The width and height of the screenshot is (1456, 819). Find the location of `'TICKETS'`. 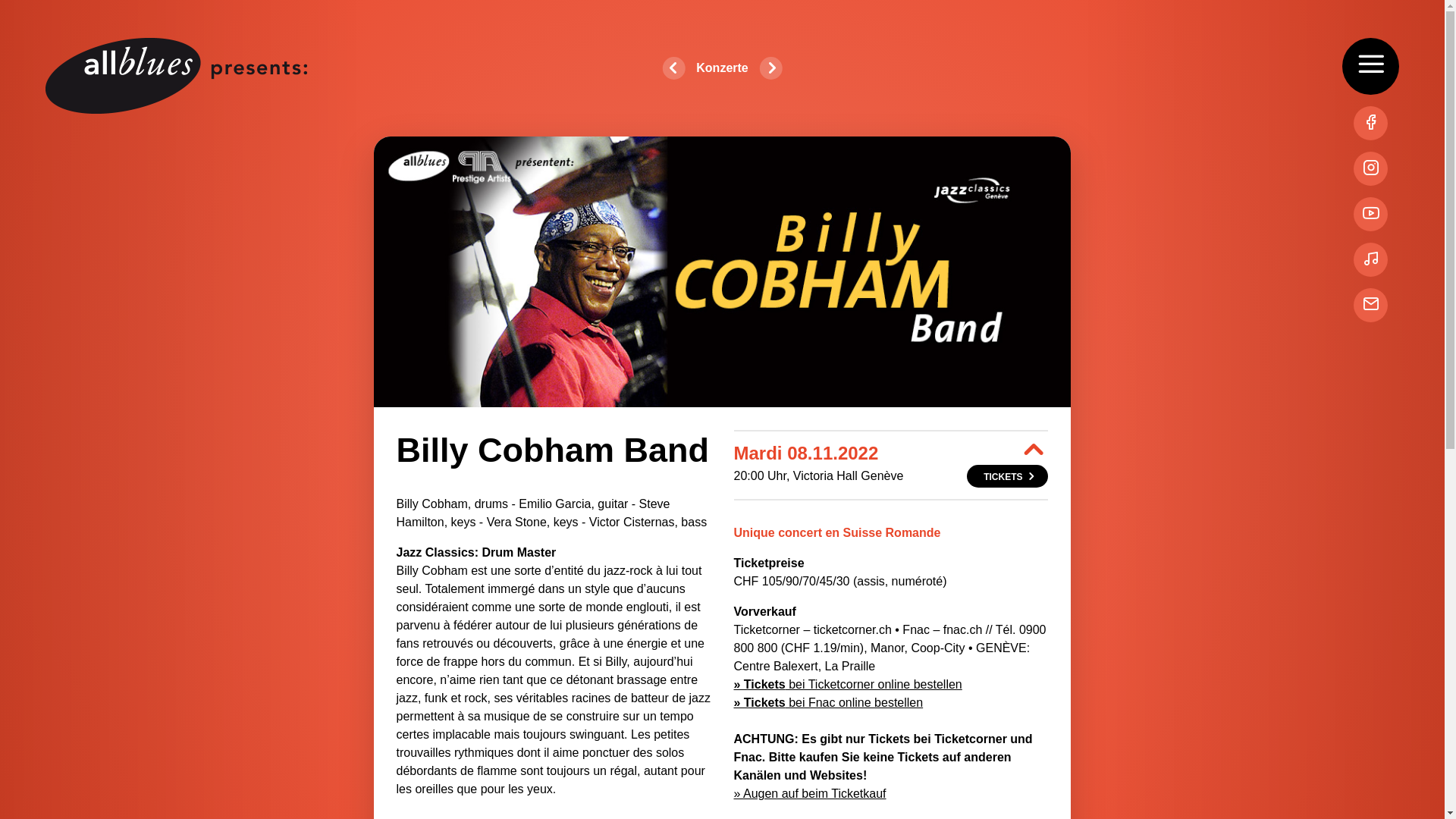

'TICKETS' is located at coordinates (1007, 475).